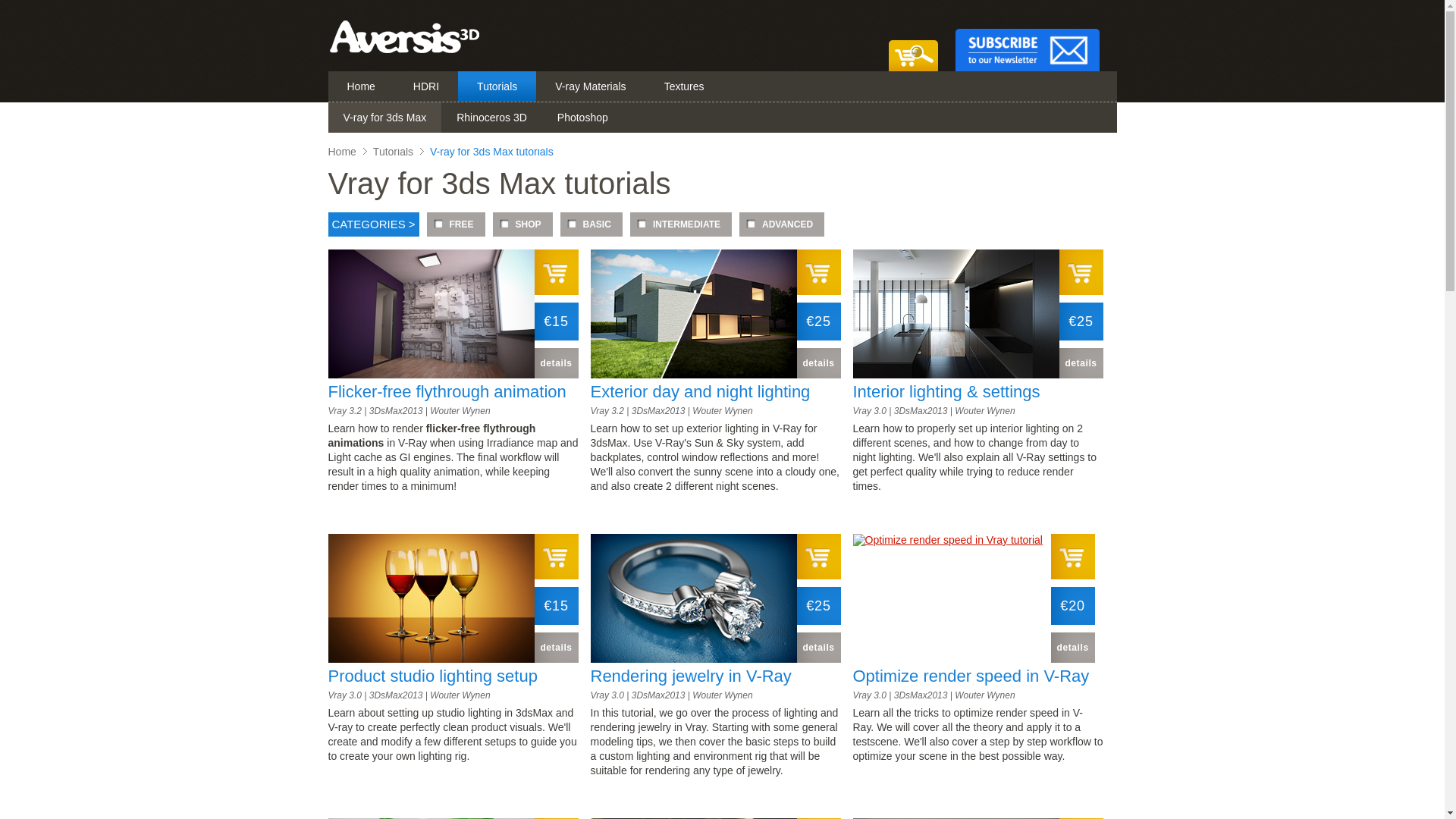 The image size is (1456, 819). Describe the element at coordinates (698, 391) in the screenshot. I see `'Exterior day and night lighting'` at that location.